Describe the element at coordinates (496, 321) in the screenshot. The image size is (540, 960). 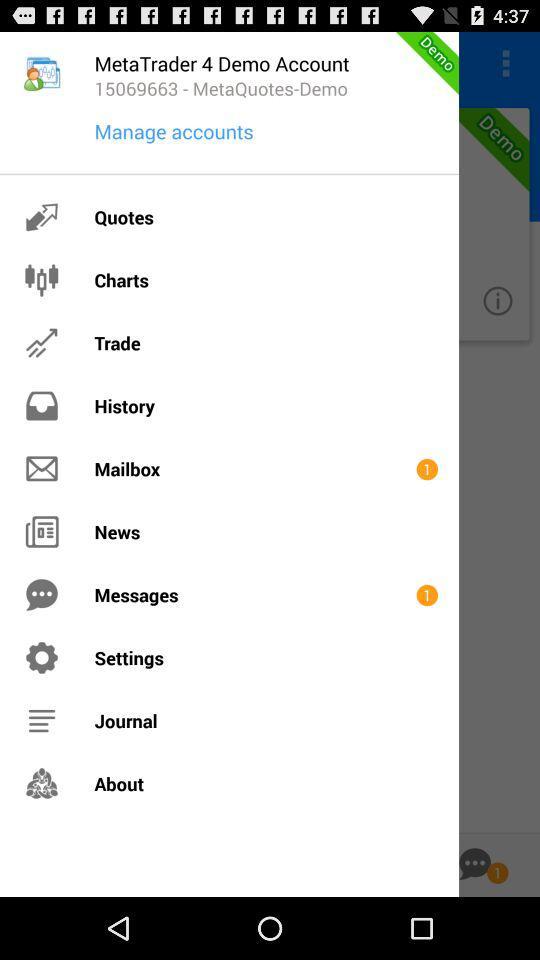
I see `the info icon` at that location.